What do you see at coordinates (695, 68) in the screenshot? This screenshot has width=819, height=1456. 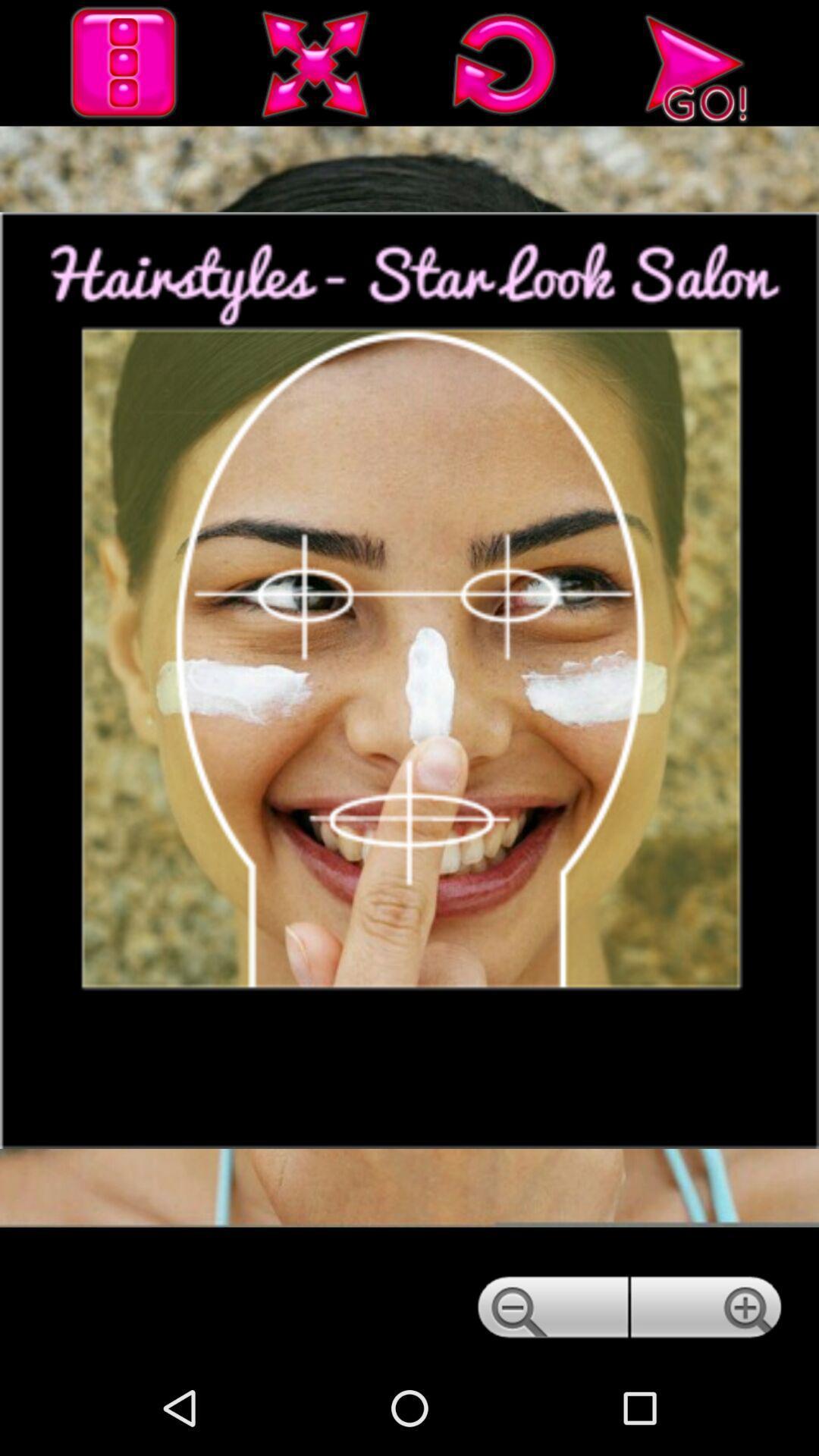 I see `the navigation icon` at bounding box center [695, 68].